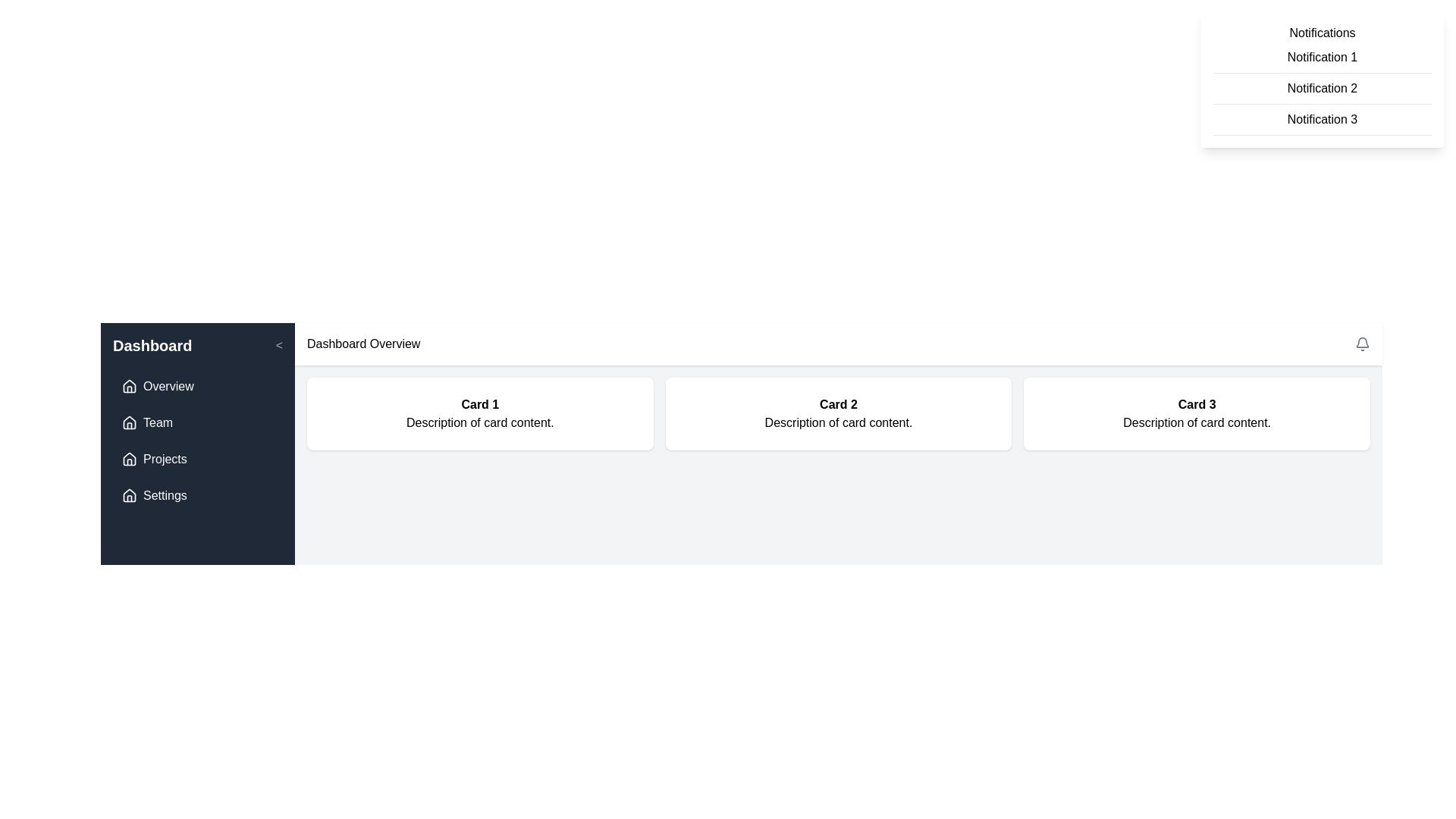 This screenshot has width=1456, height=819. Describe the element at coordinates (1196, 423) in the screenshot. I see `the supplementary description text label located beneath the title 'Card 3' within the card layout on the rightmost side of the displayed card section` at that location.